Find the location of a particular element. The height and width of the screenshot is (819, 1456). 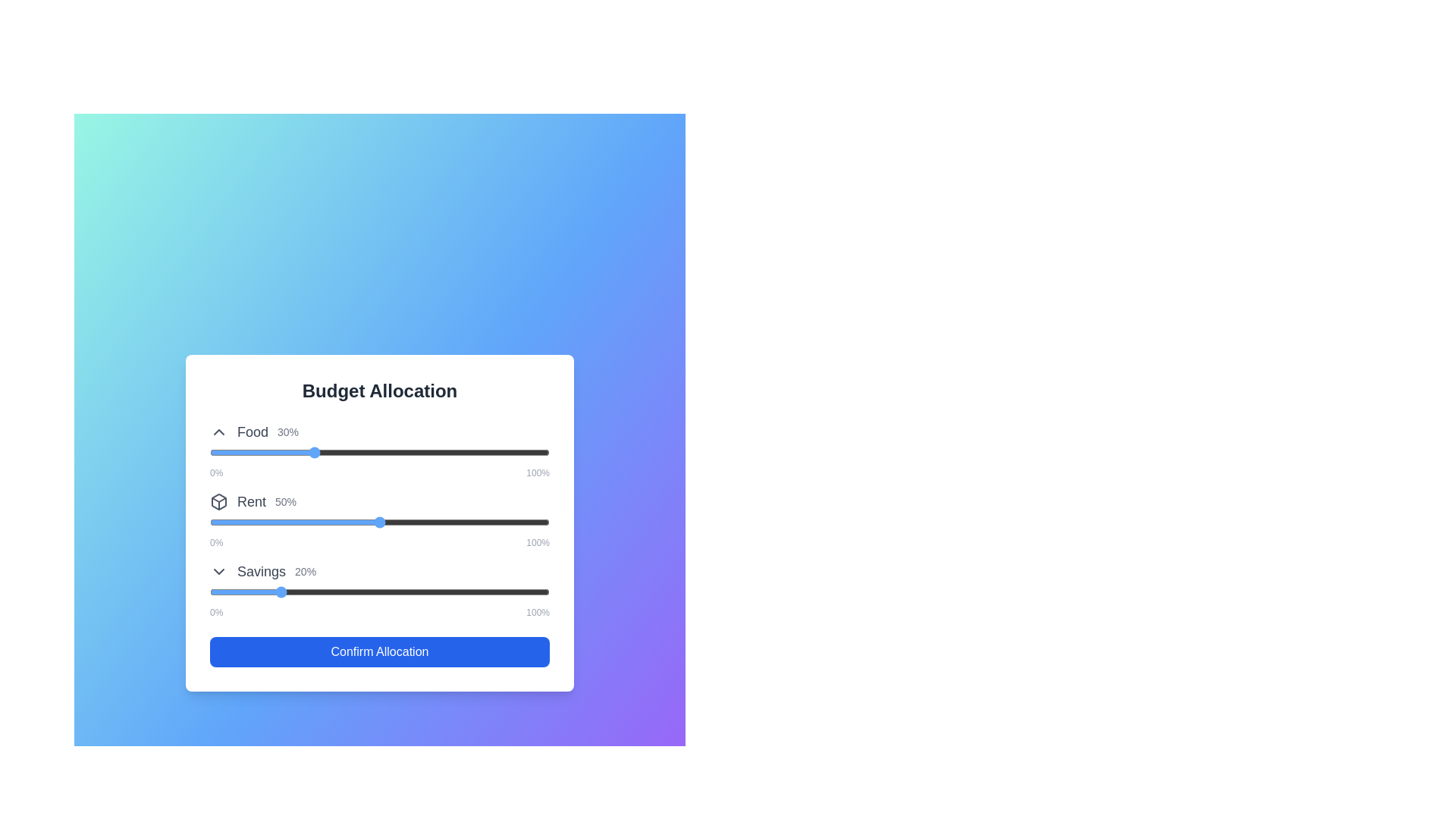

the 'Confirm Allocation' button to finalize the budget is located at coordinates (379, 651).